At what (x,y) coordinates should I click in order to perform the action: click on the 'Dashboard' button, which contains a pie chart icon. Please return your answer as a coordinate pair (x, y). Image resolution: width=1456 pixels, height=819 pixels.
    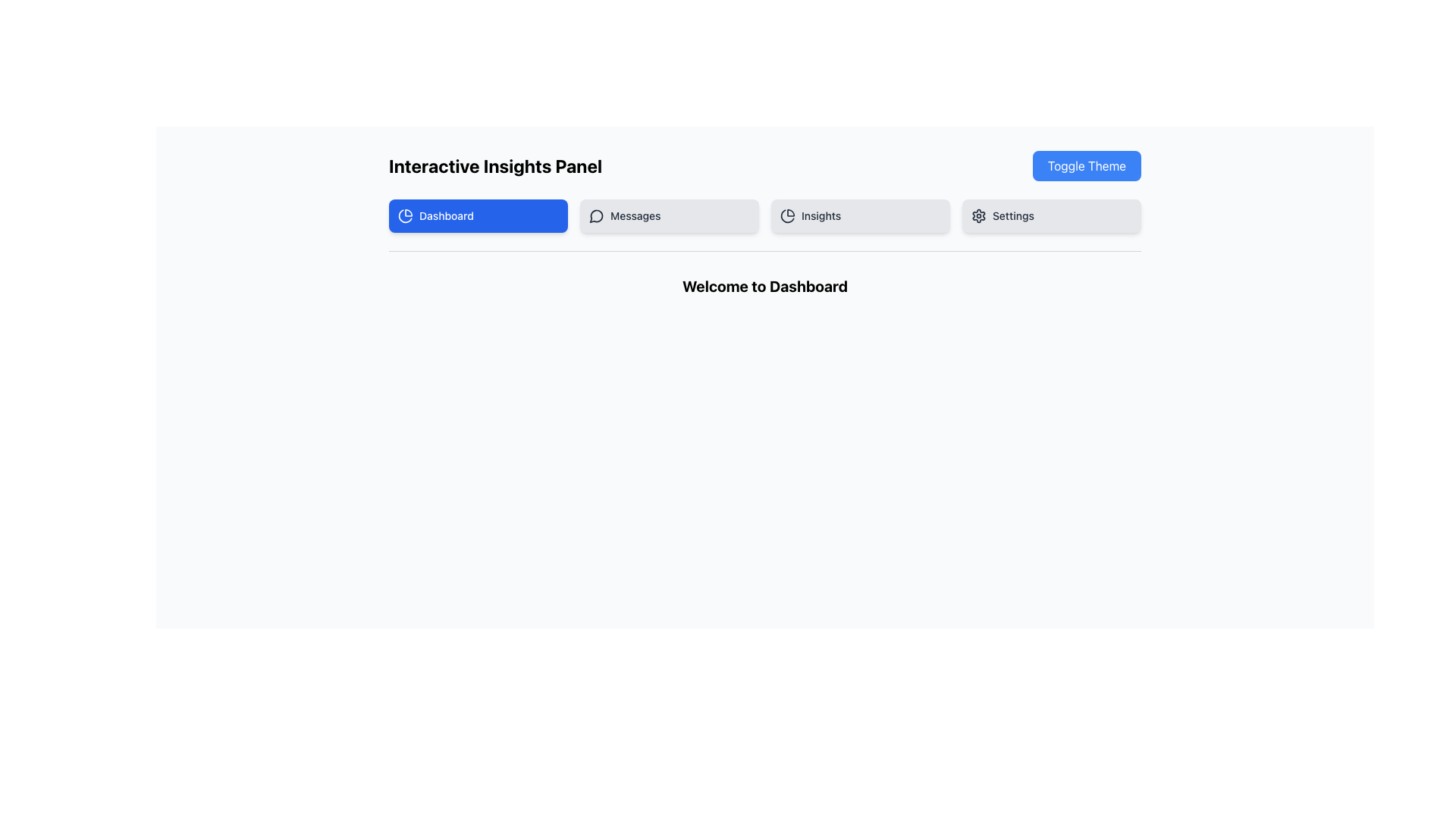
    Looking at the image, I should click on (405, 216).